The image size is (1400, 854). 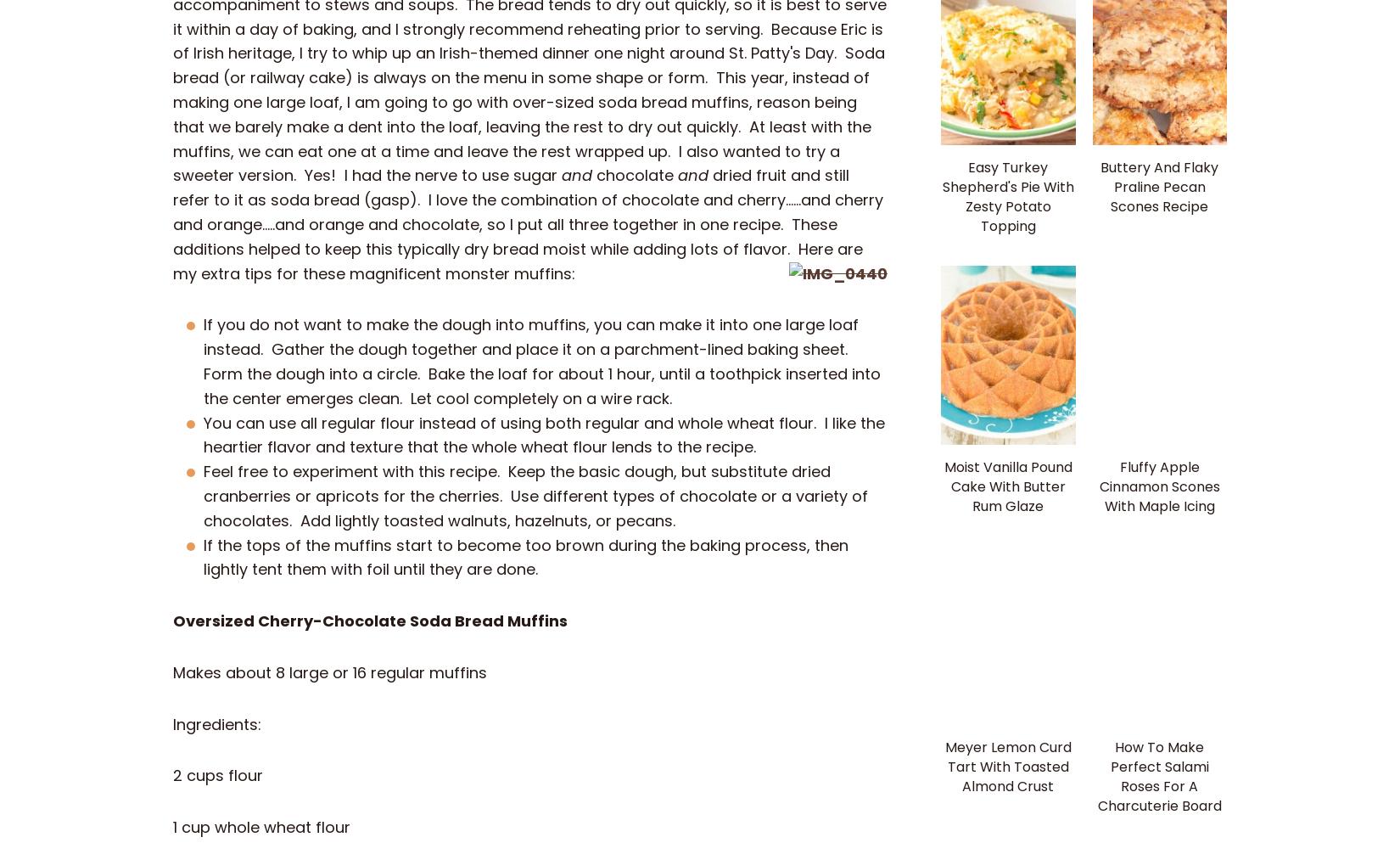 I want to click on 'Ingredients:', so click(x=217, y=722).